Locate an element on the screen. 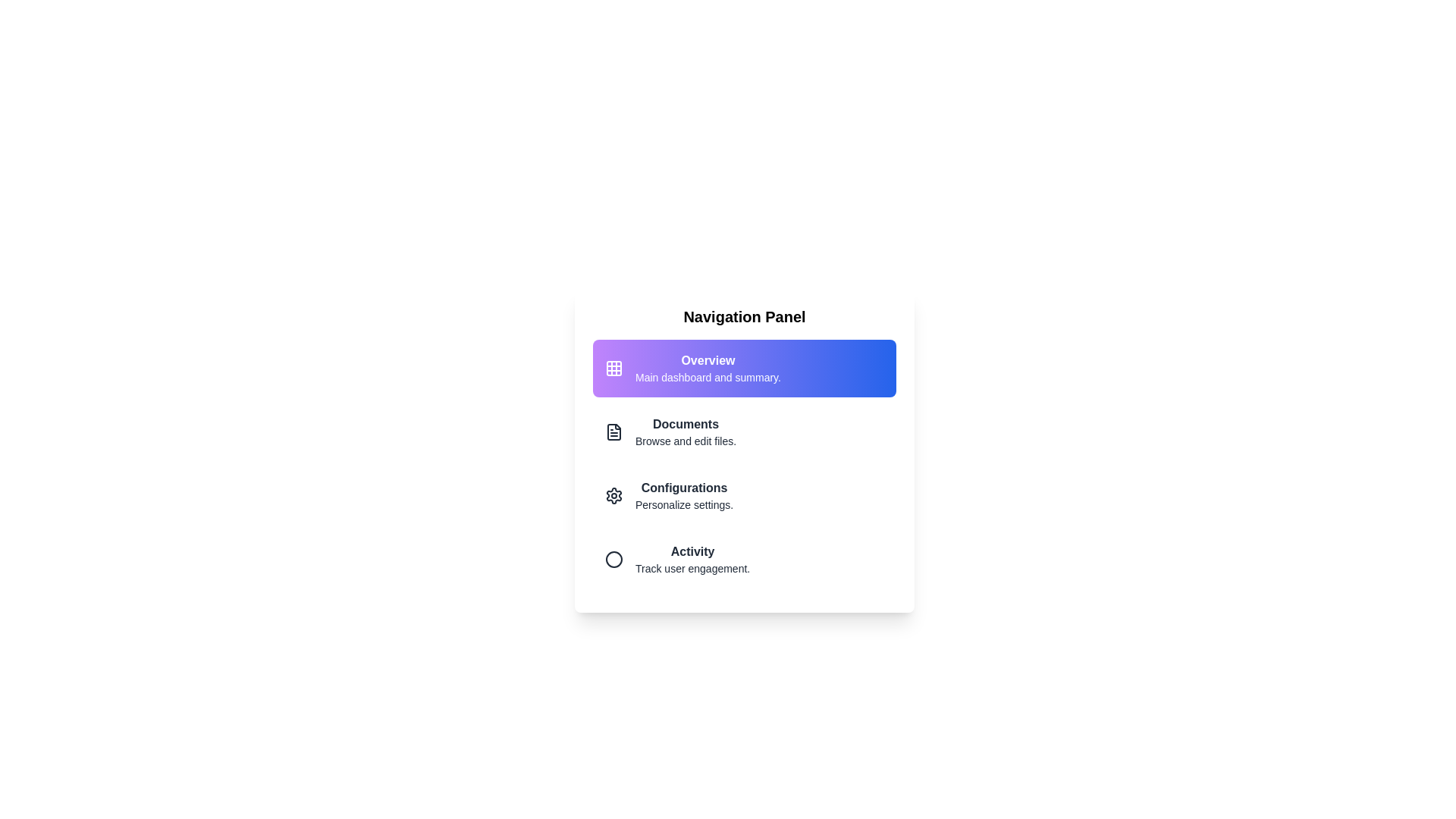  the menu section corresponding to Documents is located at coordinates (745, 432).